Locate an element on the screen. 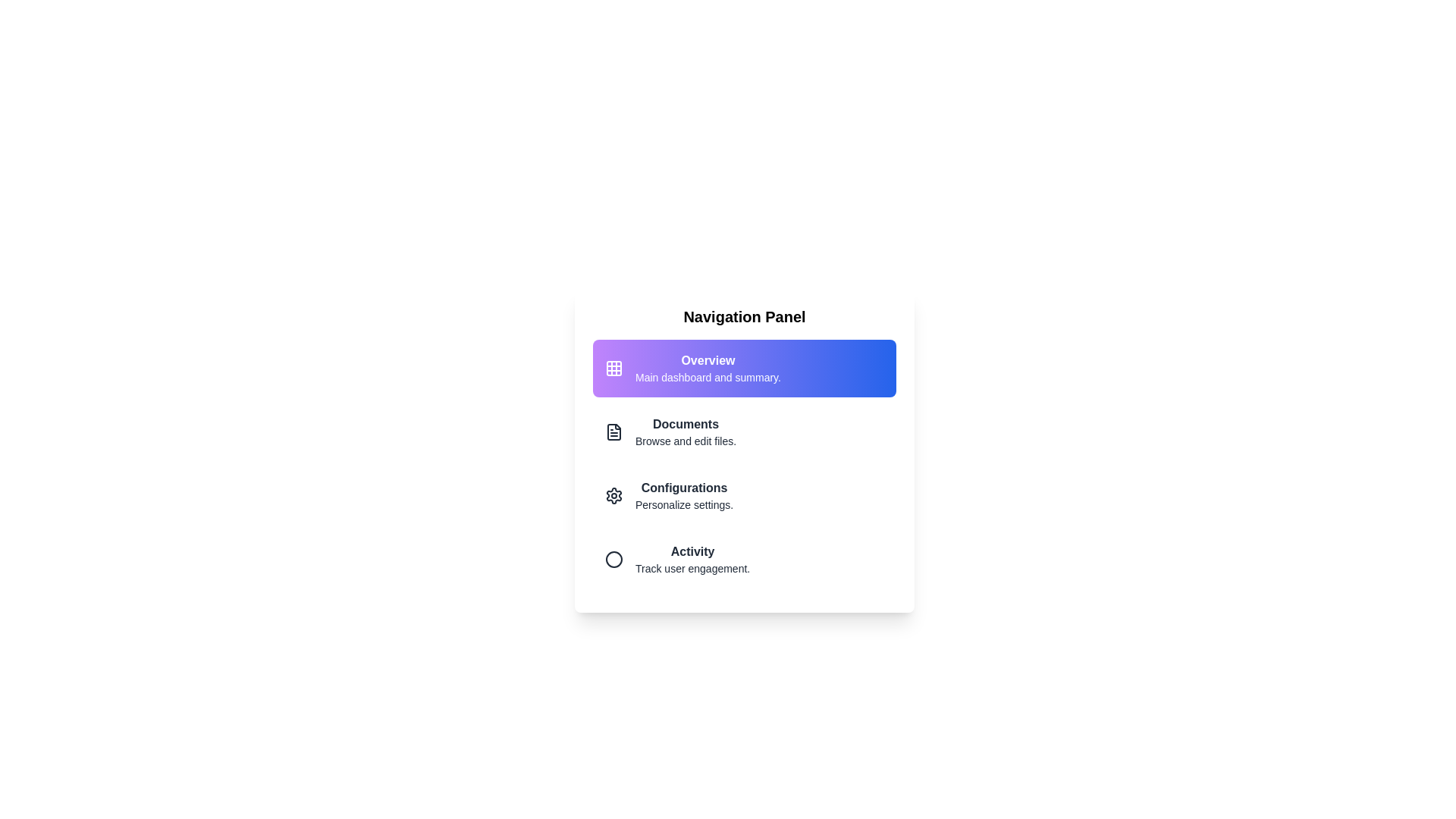  the menu section corresponding to Documents is located at coordinates (745, 432).